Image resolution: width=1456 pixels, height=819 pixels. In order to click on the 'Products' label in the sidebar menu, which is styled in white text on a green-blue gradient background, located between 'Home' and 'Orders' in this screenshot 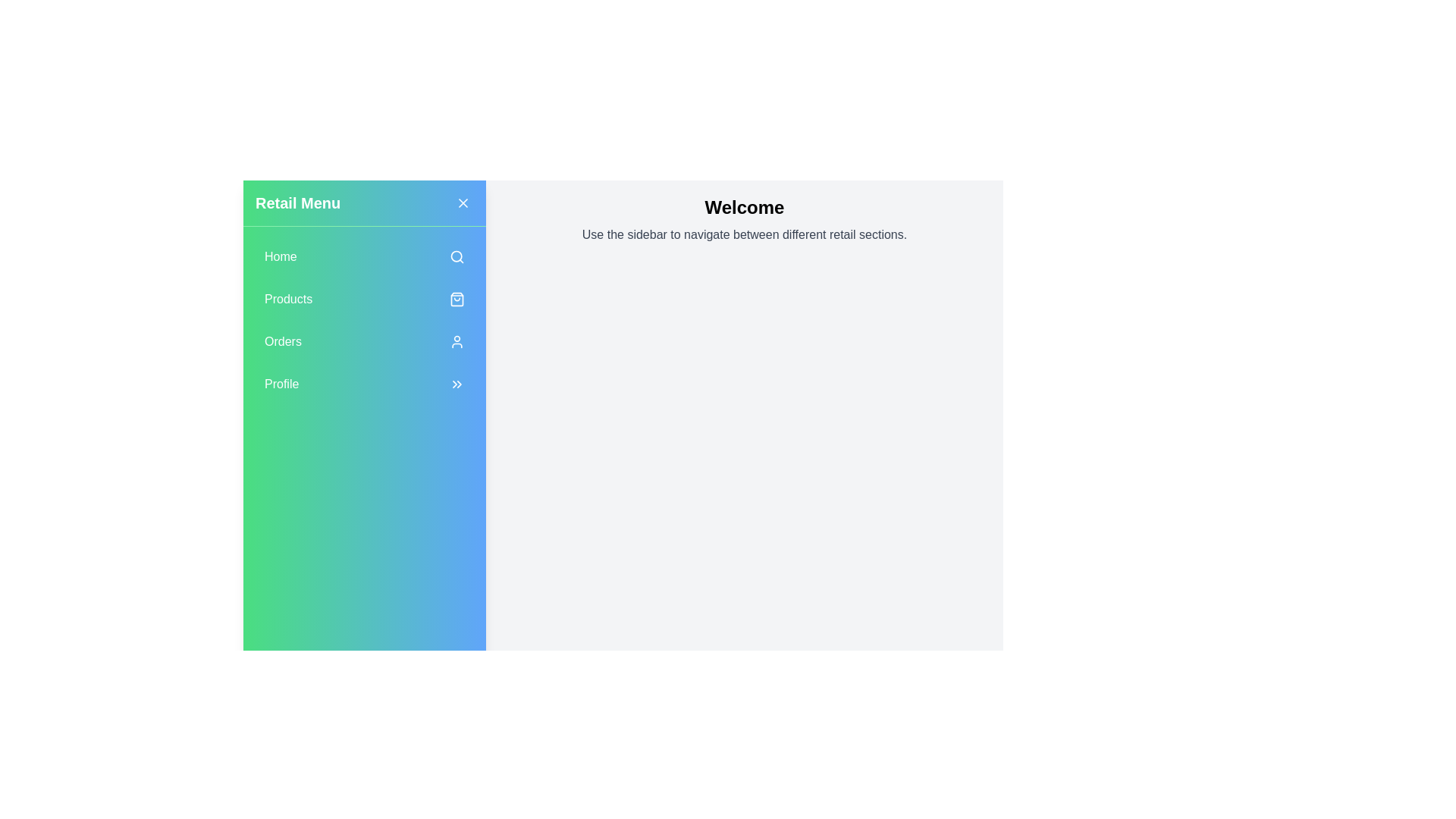, I will do `click(288, 299)`.